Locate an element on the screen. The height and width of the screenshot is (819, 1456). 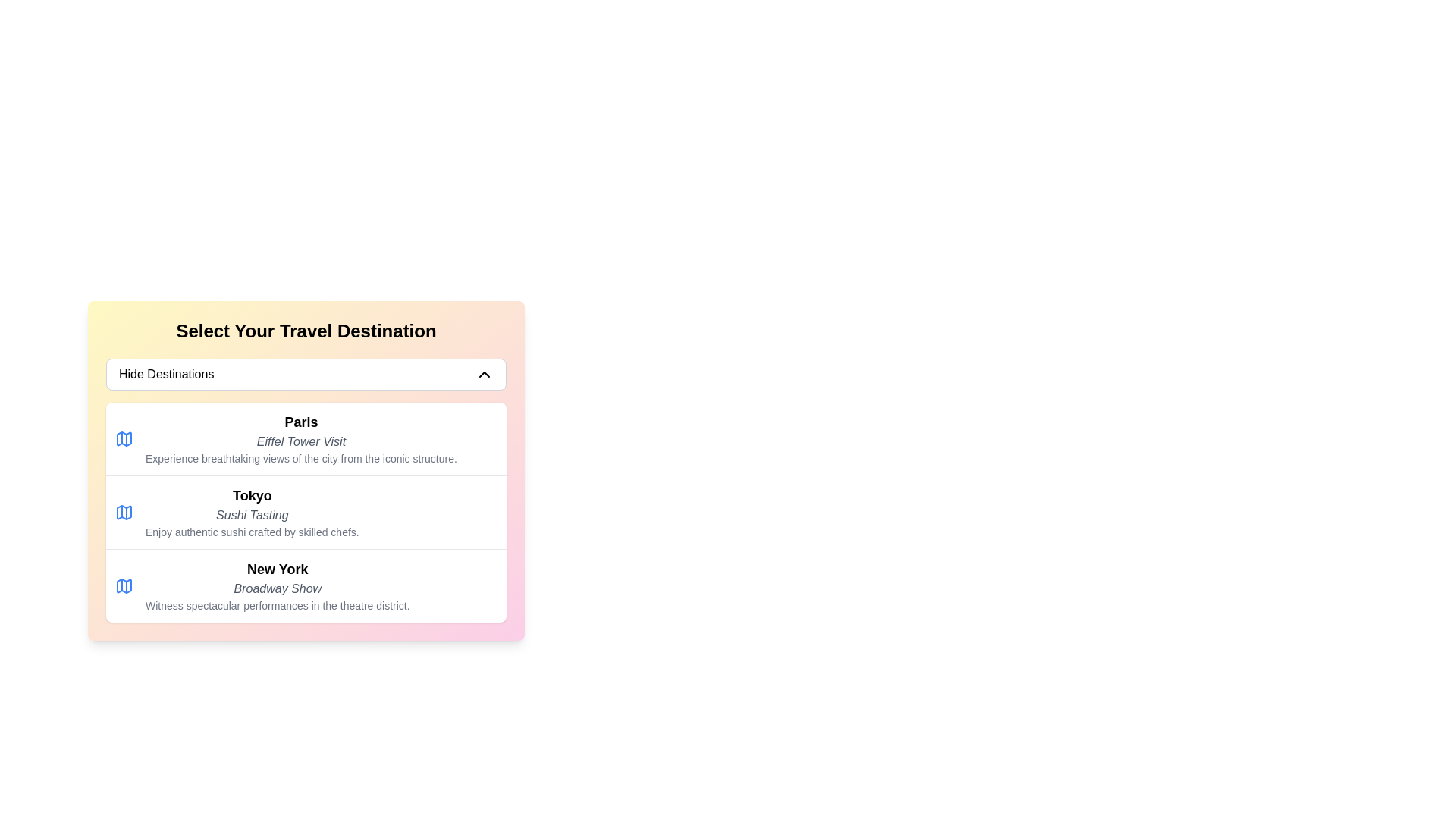
the Static Text element that serves as a heading for the Paris travel option, located at the top of the Paris section is located at coordinates (301, 422).